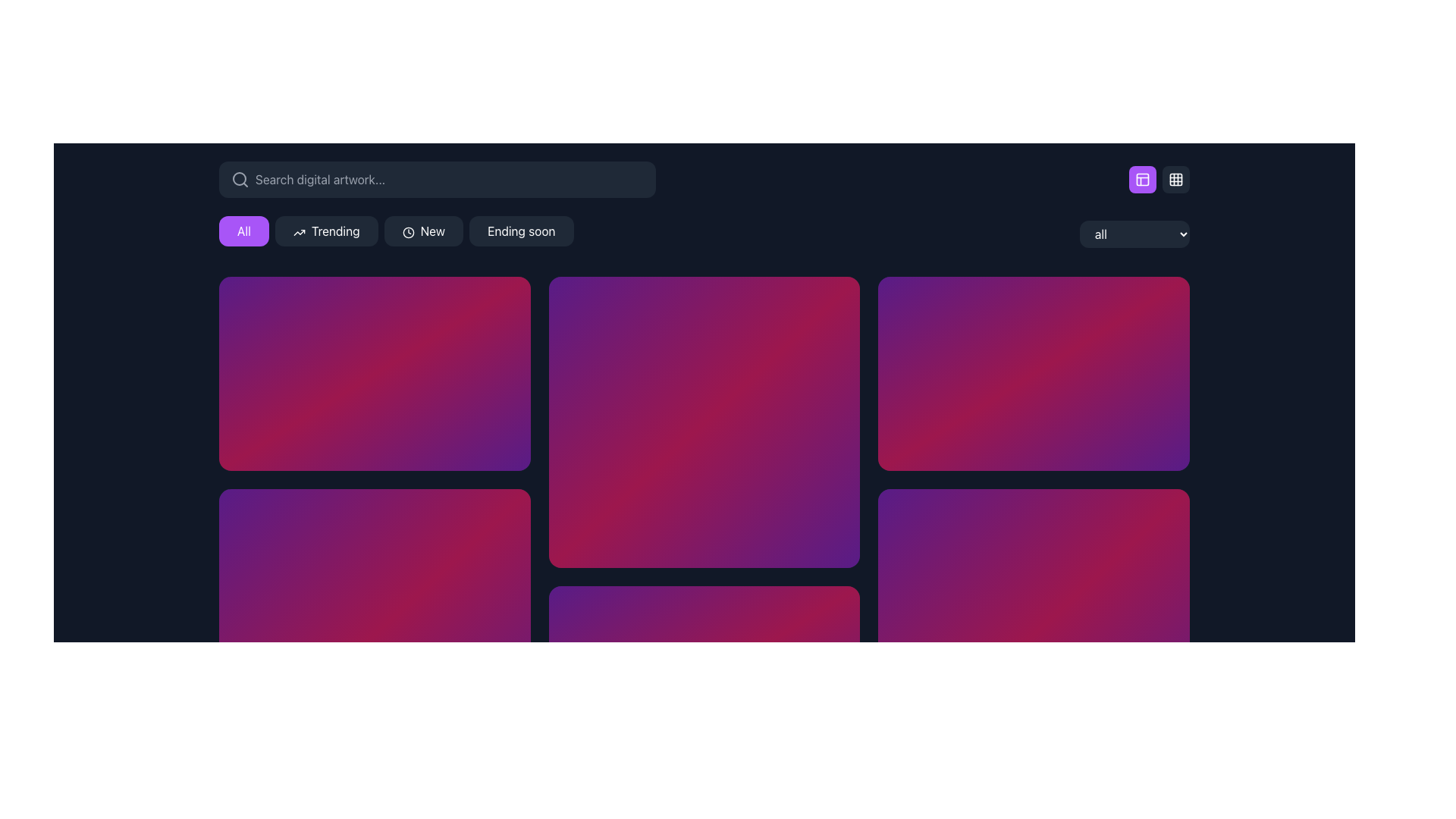 The width and height of the screenshot is (1456, 819). Describe the element at coordinates (243, 231) in the screenshot. I see `the leftmost button labeled 'All'` at that location.